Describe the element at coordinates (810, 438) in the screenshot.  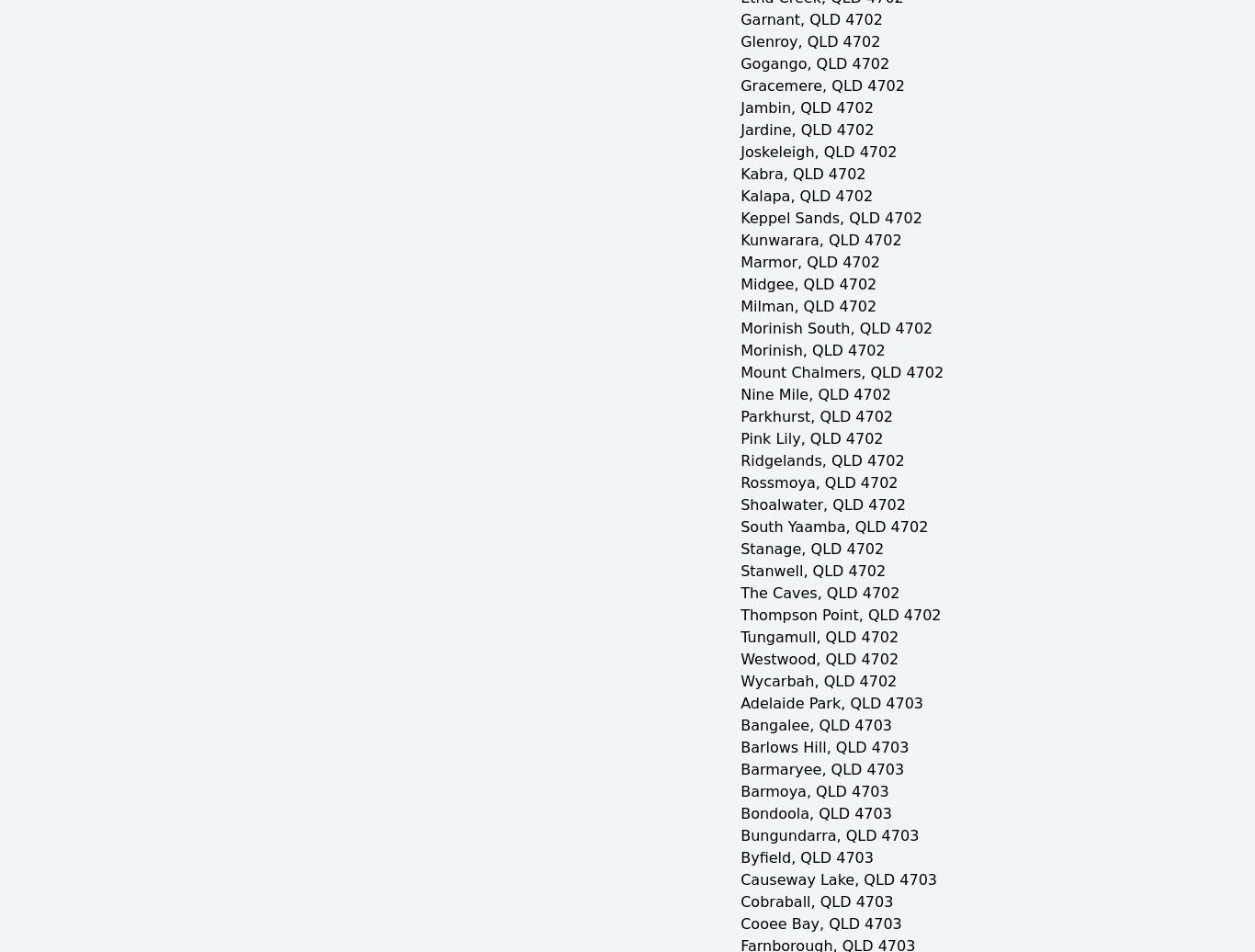
I see `'Pink Lily, QLD 4702'` at that location.